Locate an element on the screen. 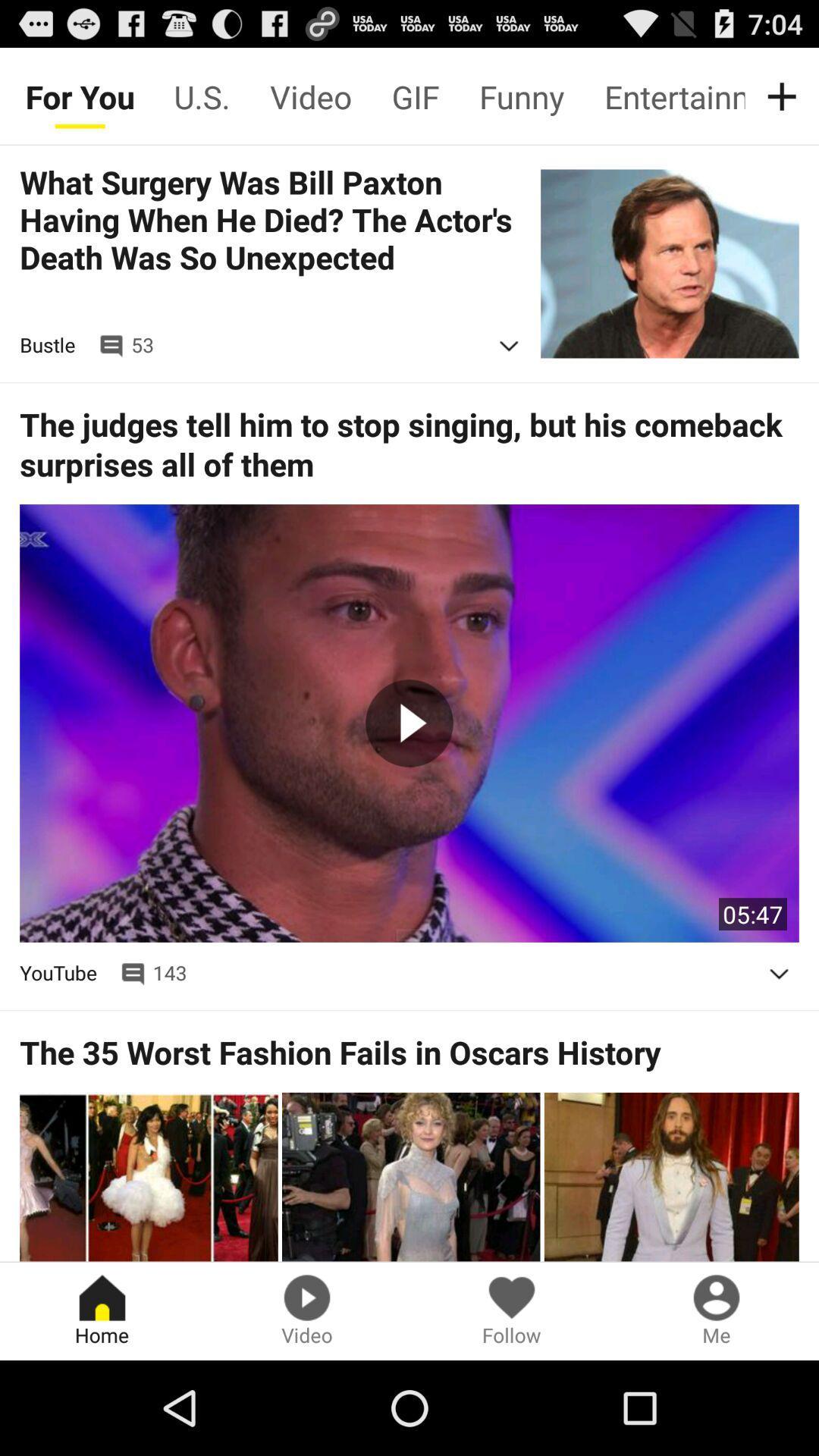 The height and width of the screenshot is (1456, 819). autoplay option is located at coordinates (779, 974).